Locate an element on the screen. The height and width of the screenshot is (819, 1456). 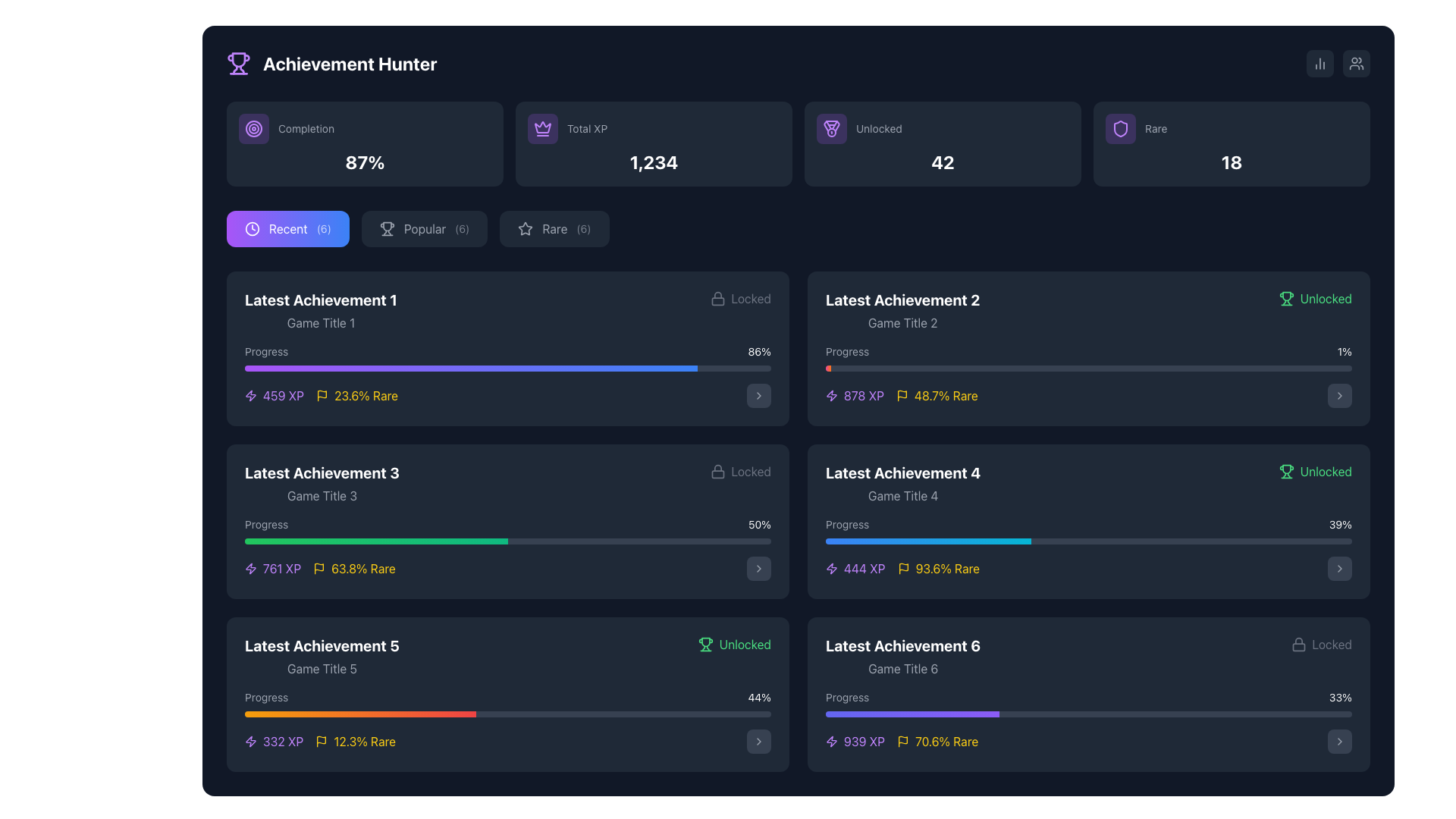
the experience points indicator text located in the 'Latest Achievement 4' section, positioned below the progress bar and to the left of '93.6% Rare' is located at coordinates (855, 568).